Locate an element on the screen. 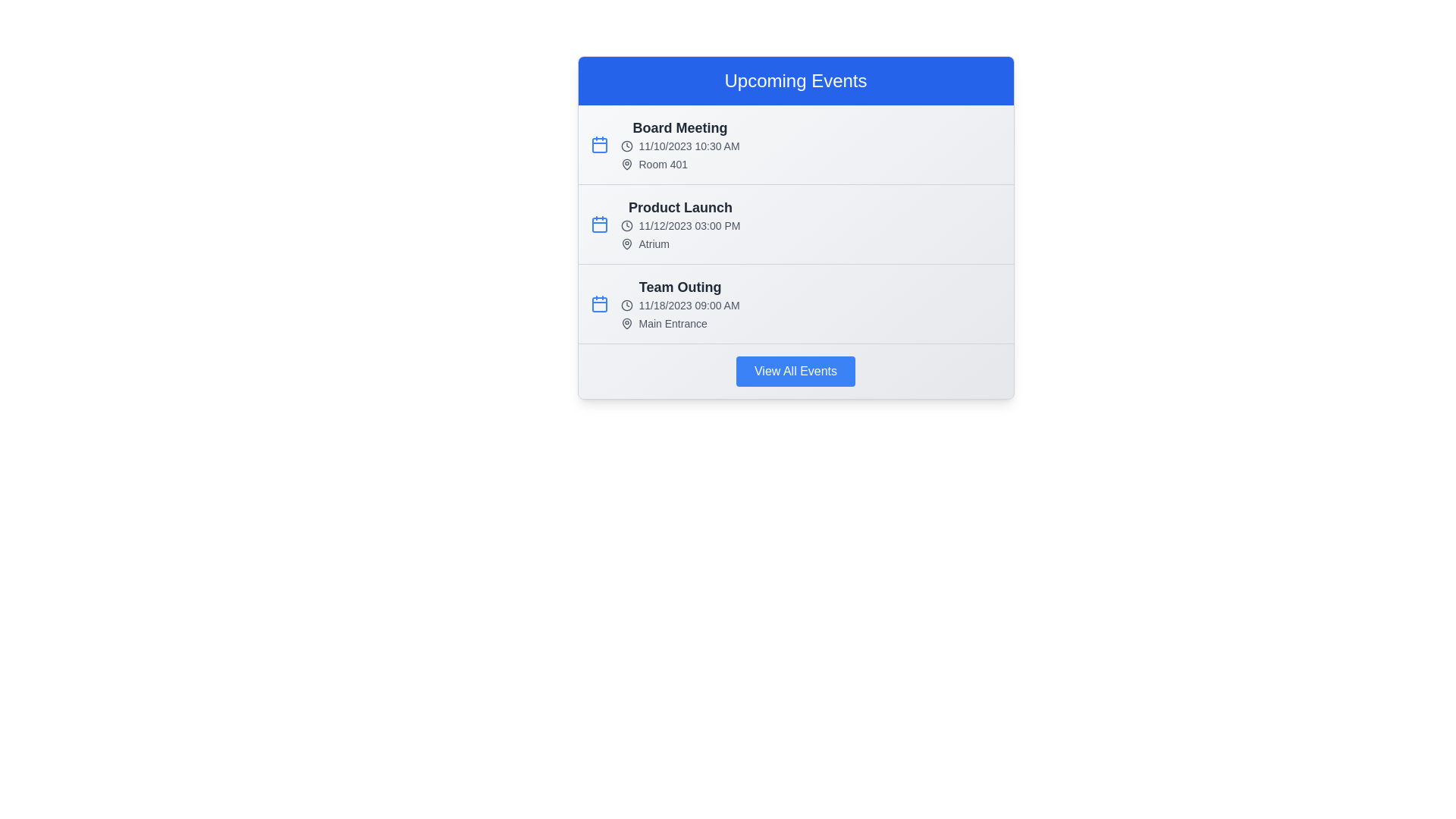 The height and width of the screenshot is (819, 1456). the calendar icon that represents the 'Board Meeting' event is located at coordinates (598, 145).